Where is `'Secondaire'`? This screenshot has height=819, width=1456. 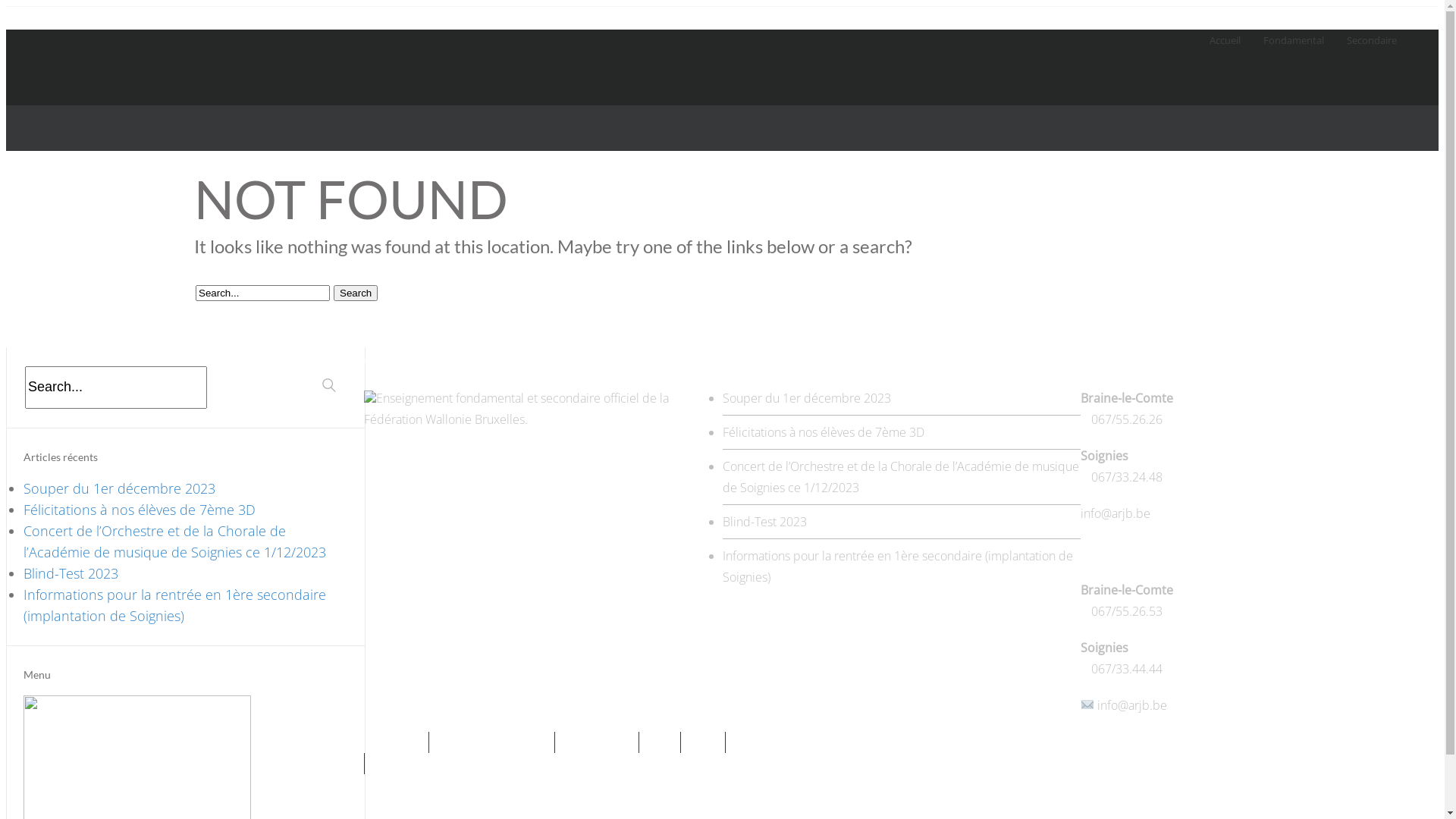 'Secondaire' is located at coordinates (1347, 29).